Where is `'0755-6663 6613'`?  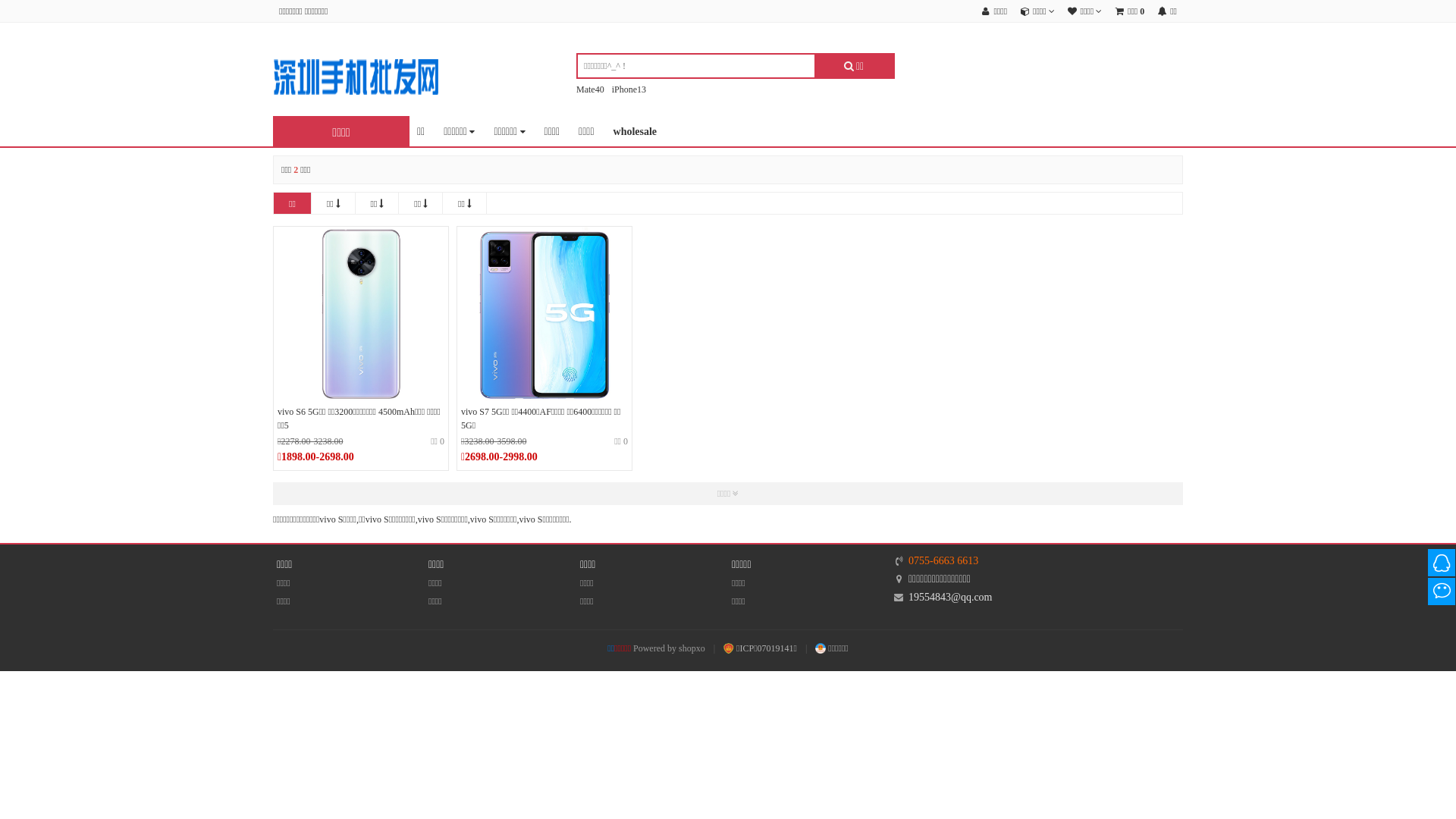
'0755-6663 6613' is located at coordinates (942, 560).